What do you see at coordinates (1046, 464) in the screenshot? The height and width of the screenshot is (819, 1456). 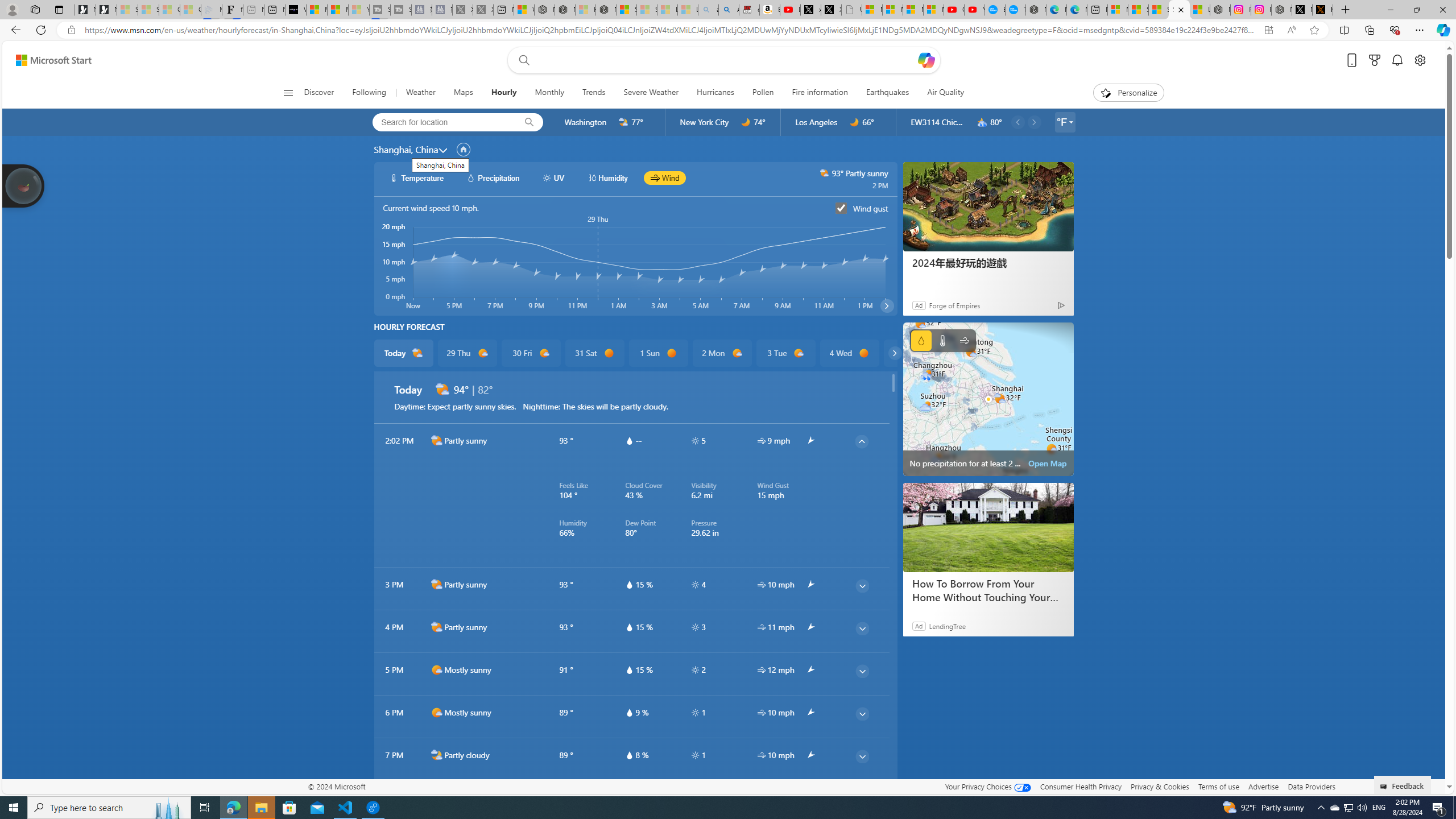 I see `'Open Map'` at bounding box center [1046, 464].